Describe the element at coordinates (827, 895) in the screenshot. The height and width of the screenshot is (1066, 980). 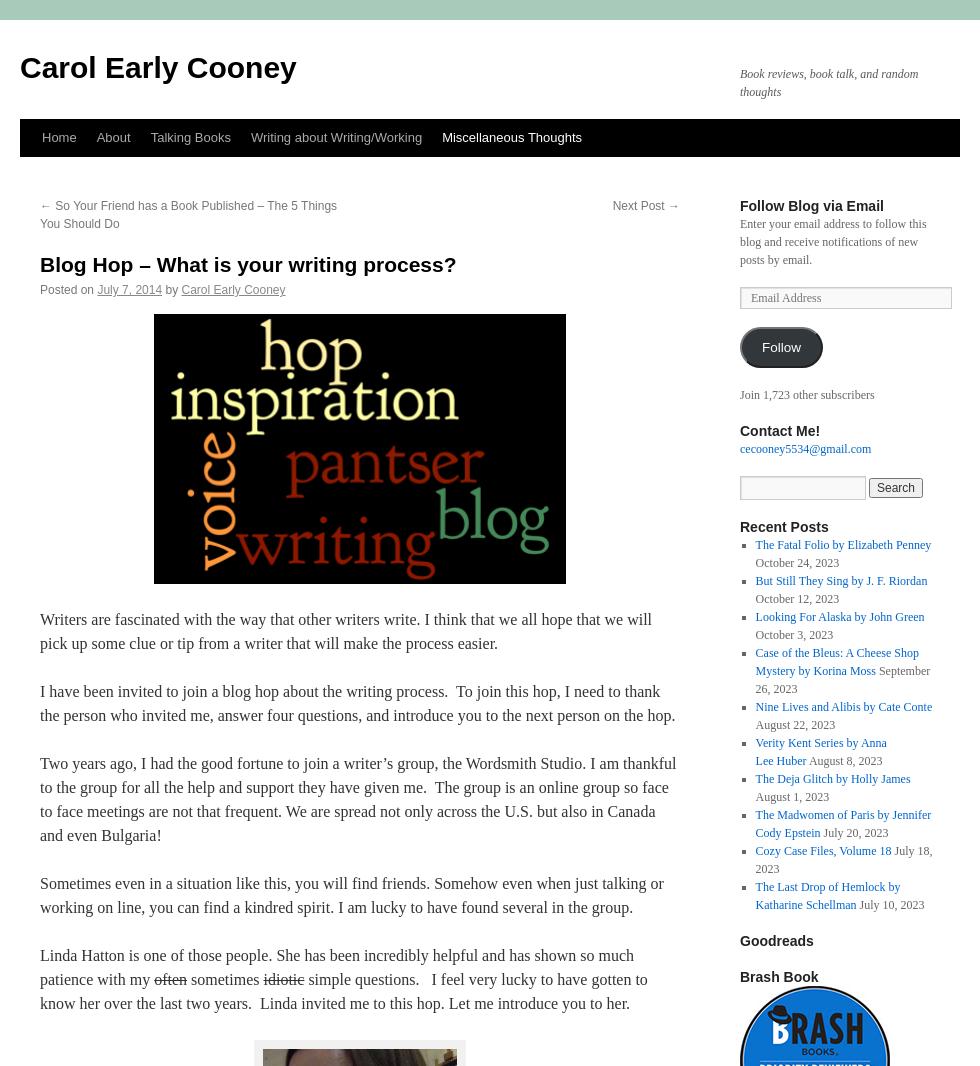
I see `'The Last Drop of Hemlock by Katharine Schellman'` at that location.